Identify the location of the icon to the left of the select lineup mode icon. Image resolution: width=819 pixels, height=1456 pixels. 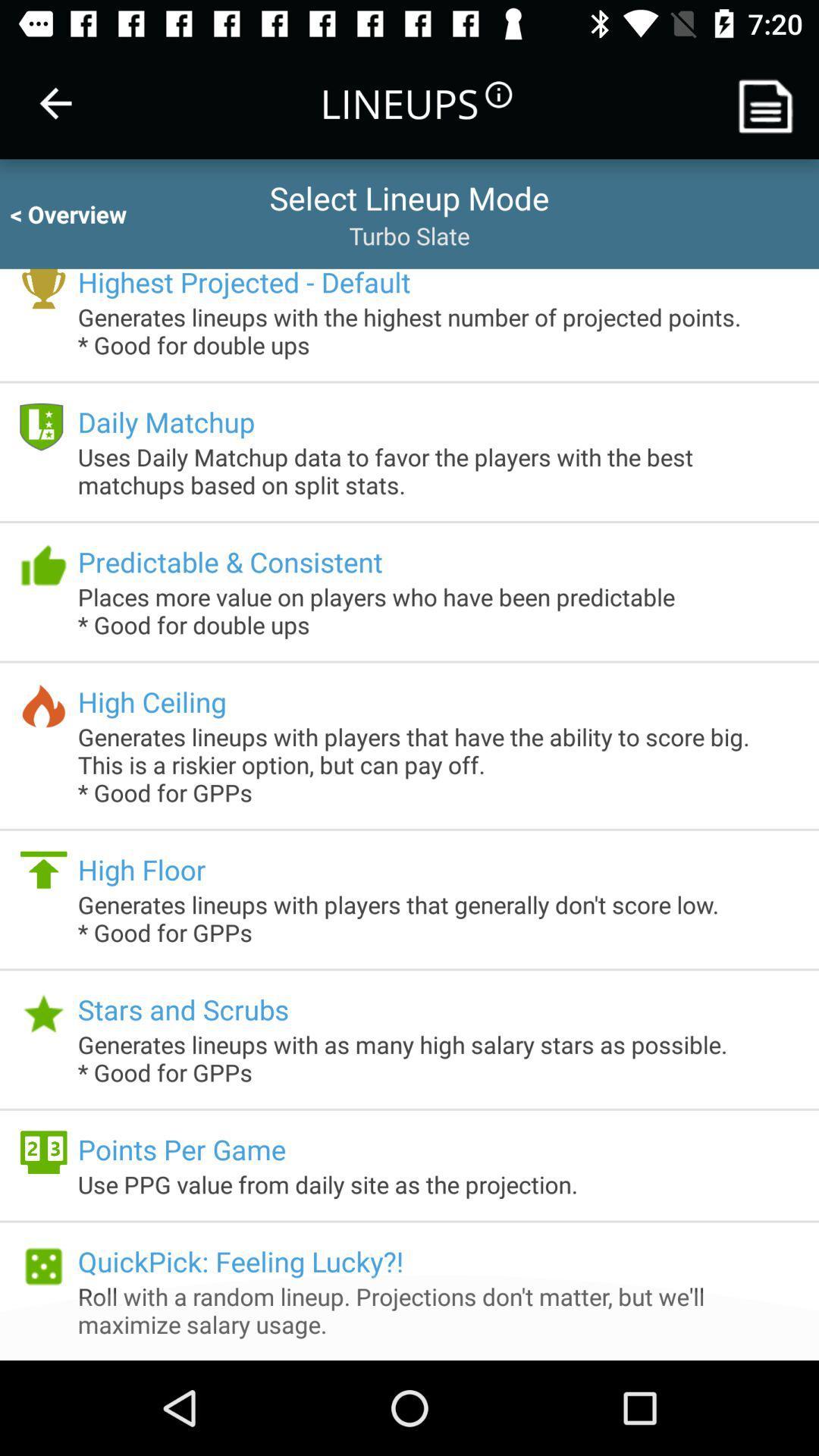
(82, 213).